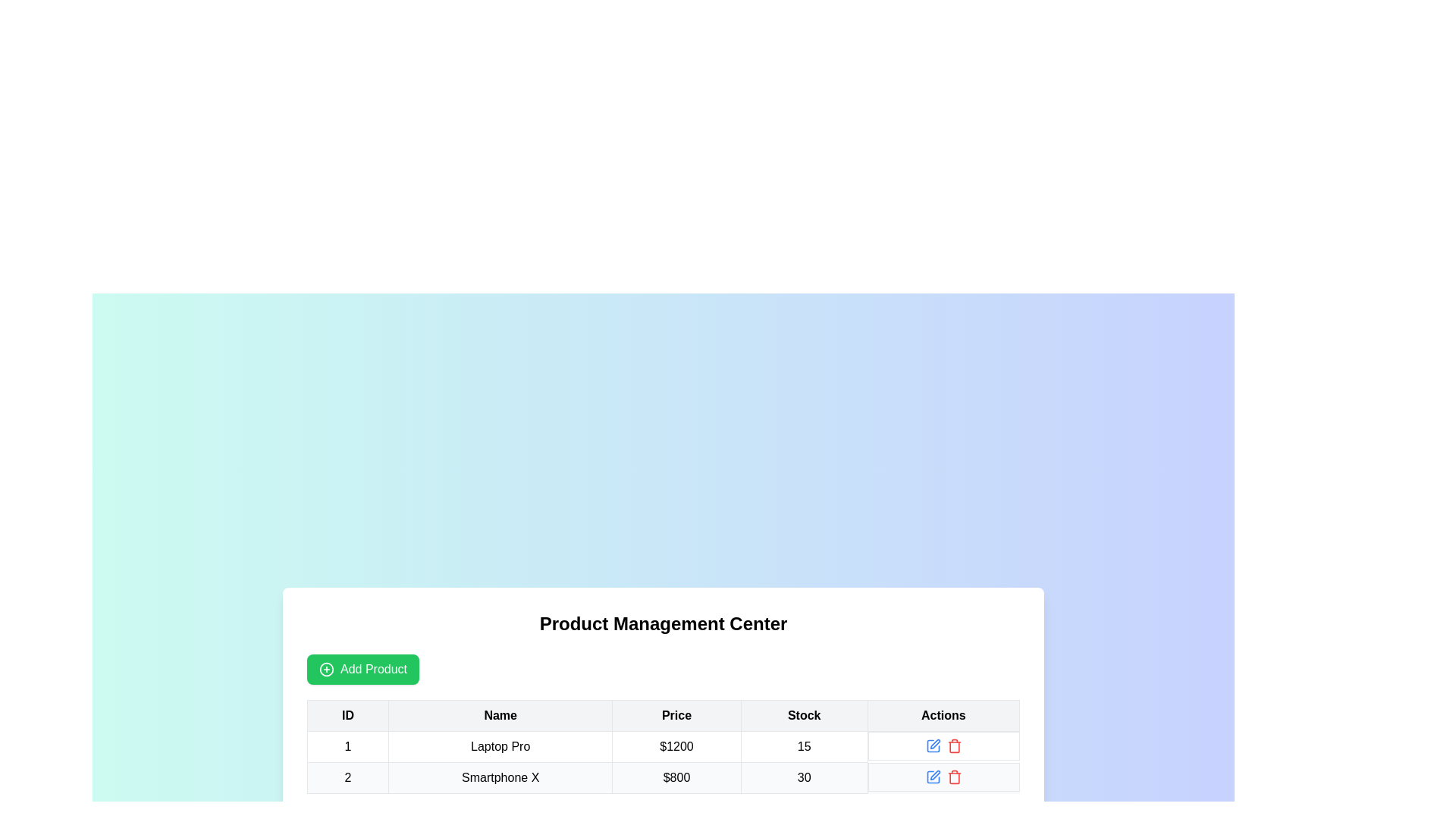 The width and height of the screenshot is (1456, 819). Describe the element at coordinates (347, 745) in the screenshot. I see `the first cell in the first row of the table that displays the identifier '1' in the 'ID' column, adjacent to the 'Laptop Pro' name in the 'Name' column` at that location.